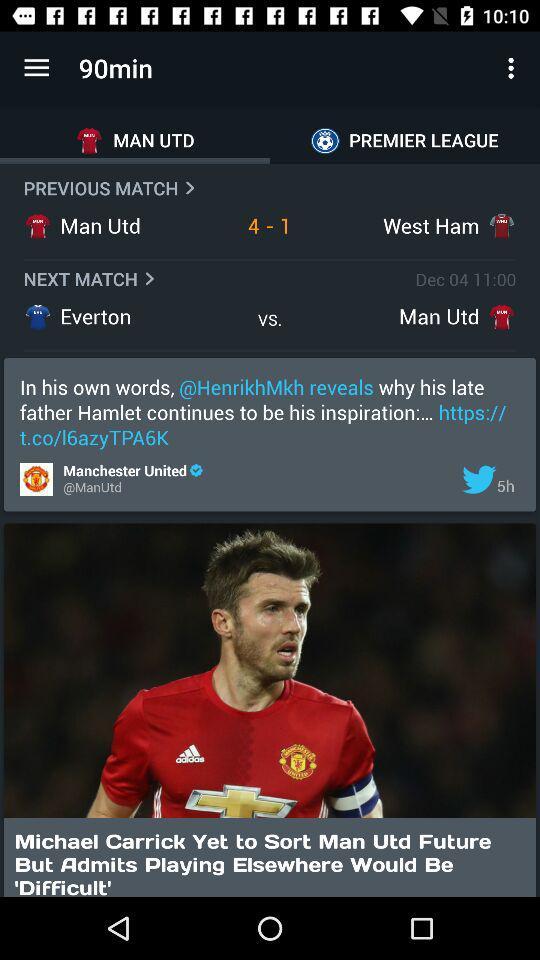 This screenshot has width=540, height=960. Describe the element at coordinates (513, 68) in the screenshot. I see `the app to the right of 90min icon` at that location.